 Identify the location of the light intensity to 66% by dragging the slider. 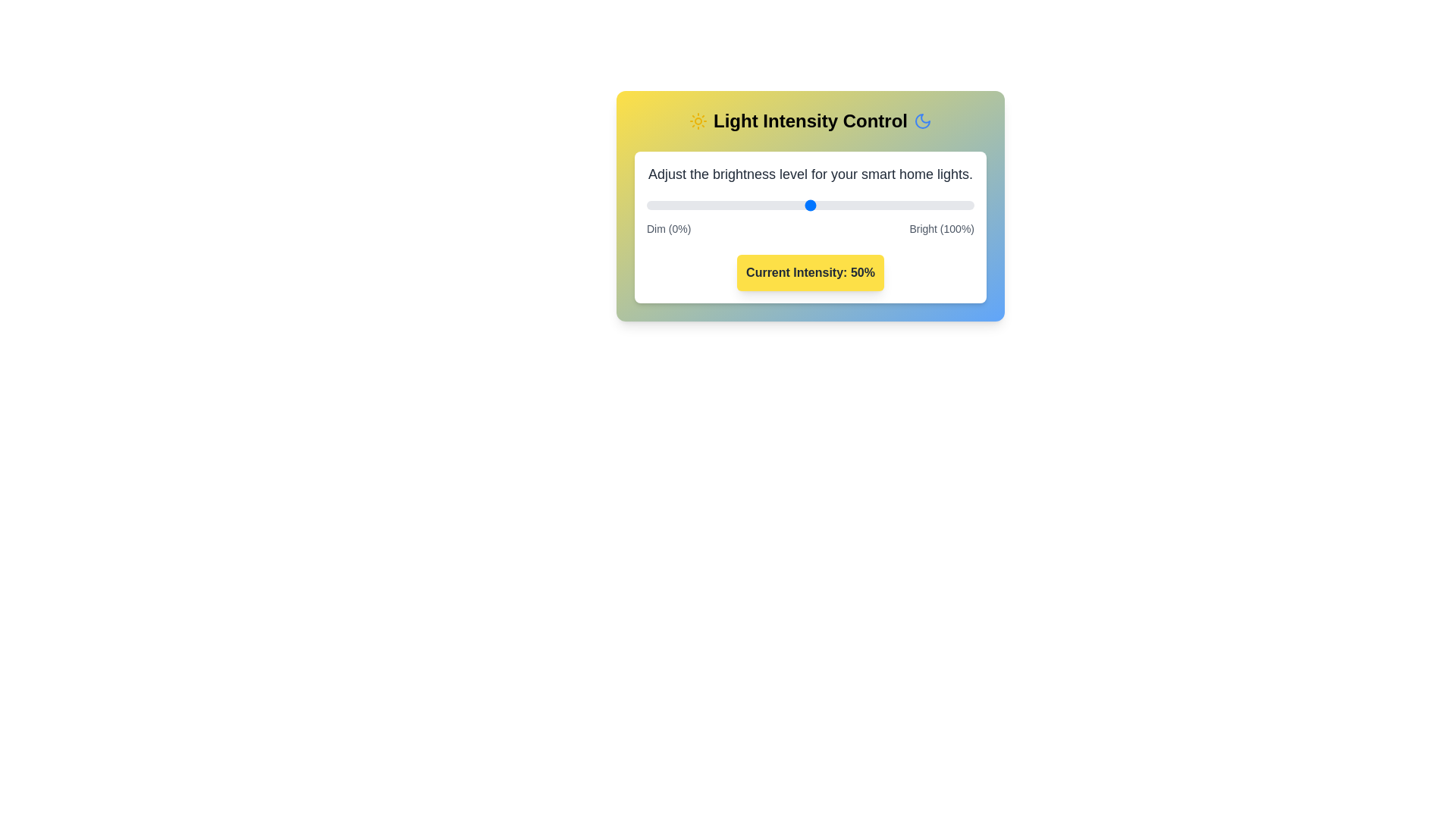
(863, 205).